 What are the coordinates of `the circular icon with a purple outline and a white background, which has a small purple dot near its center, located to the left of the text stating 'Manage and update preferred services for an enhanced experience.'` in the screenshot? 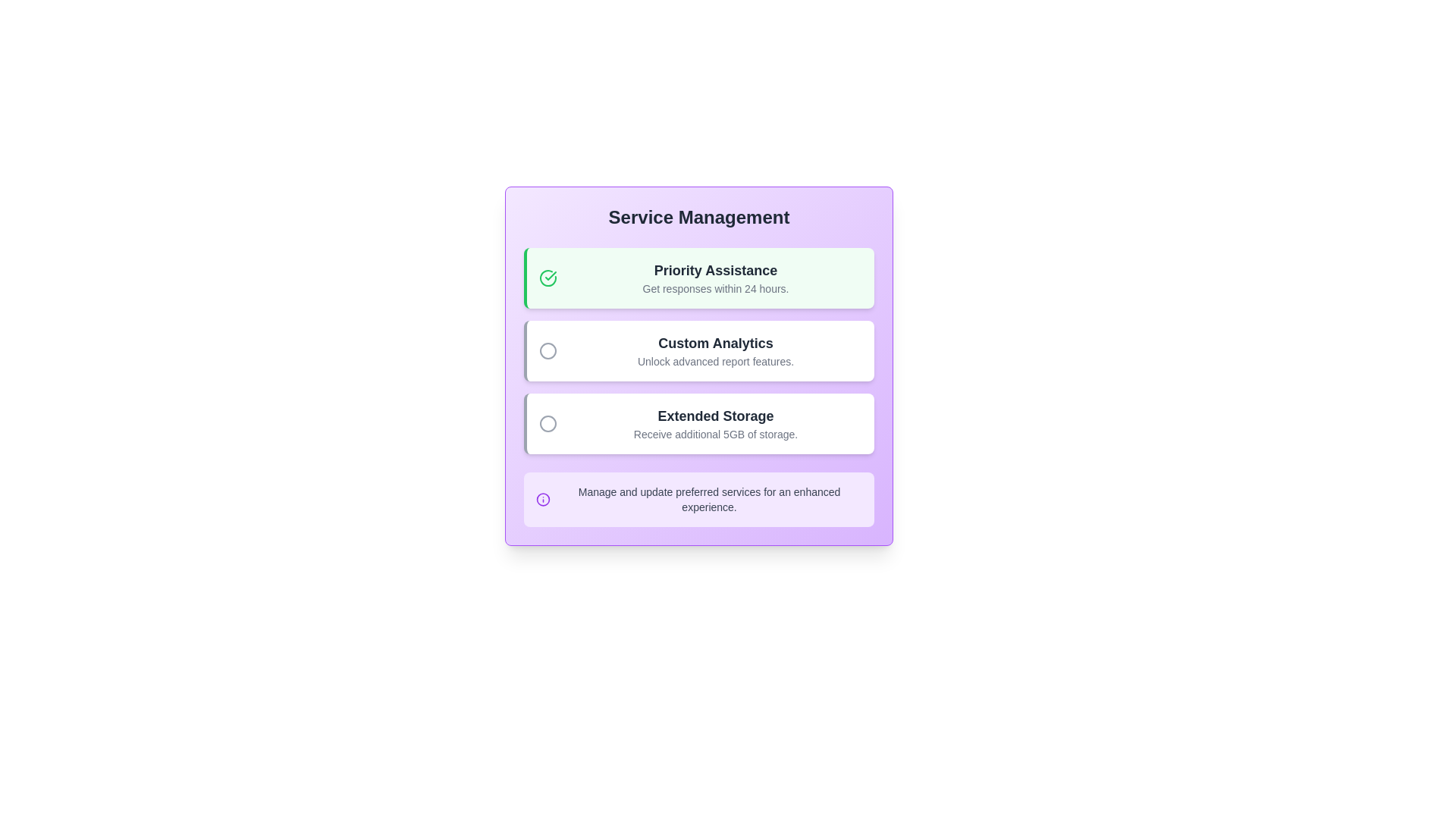 It's located at (543, 500).